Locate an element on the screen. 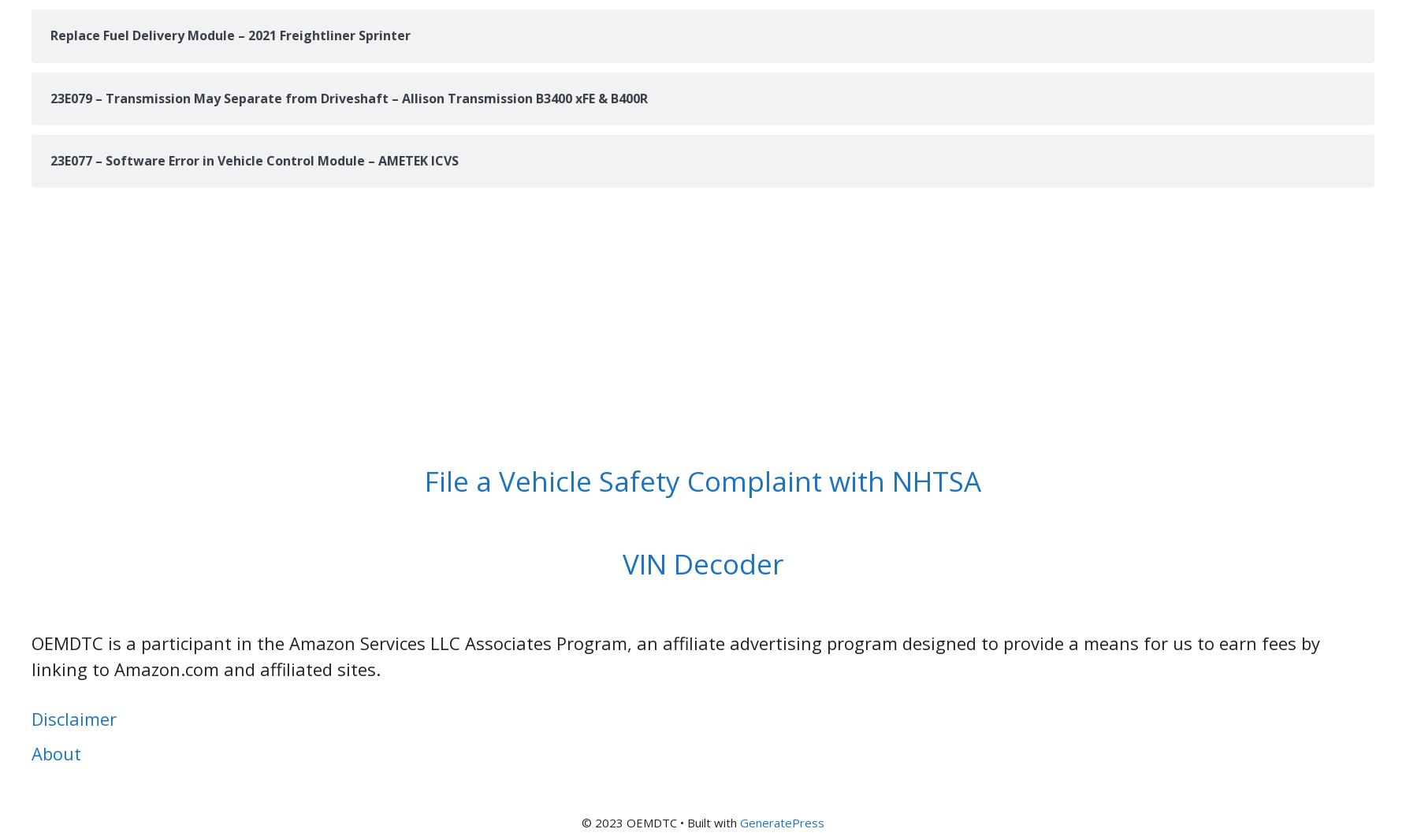 This screenshot has height=840, width=1406. 'File a Vehicle Safety Complaint with NHTSA' is located at coordinates (424, 479).